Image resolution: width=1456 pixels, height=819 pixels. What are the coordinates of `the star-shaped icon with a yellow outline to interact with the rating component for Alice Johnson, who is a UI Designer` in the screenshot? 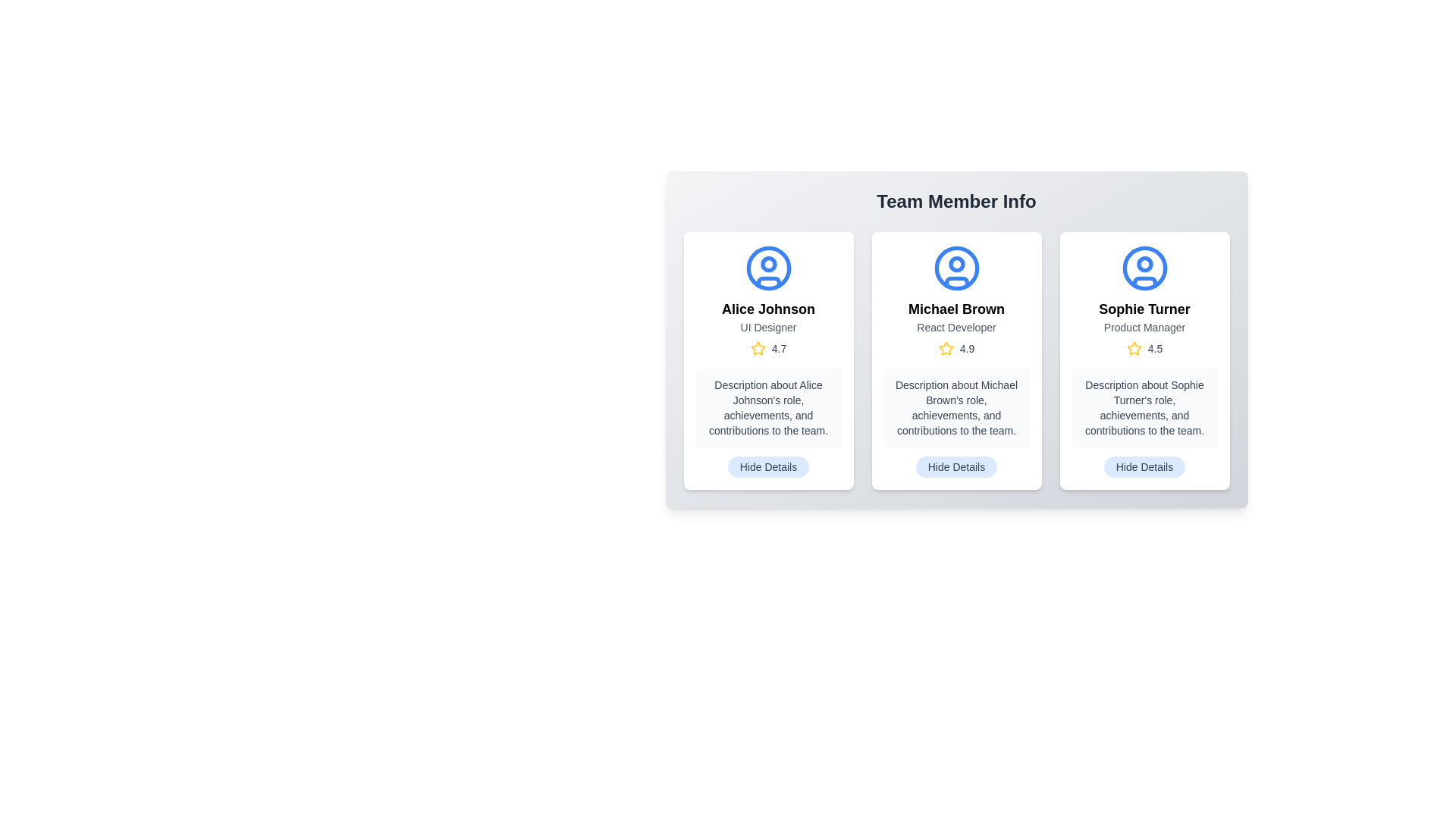 It's located at (758, 348).